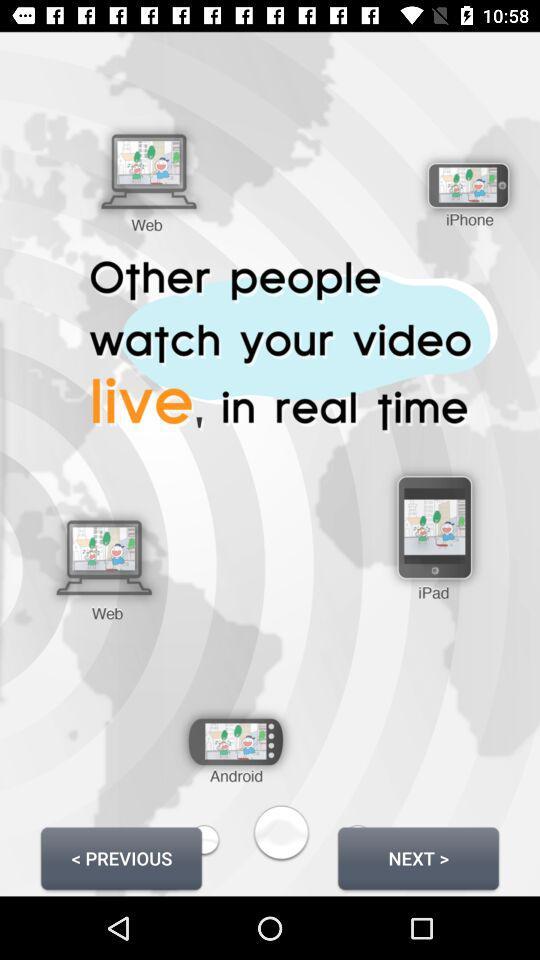 The image size is (540, 960). What do you see at coordinates (417, 857) in the screenshot?
I see `next > button` at bounding box center [417, 857].